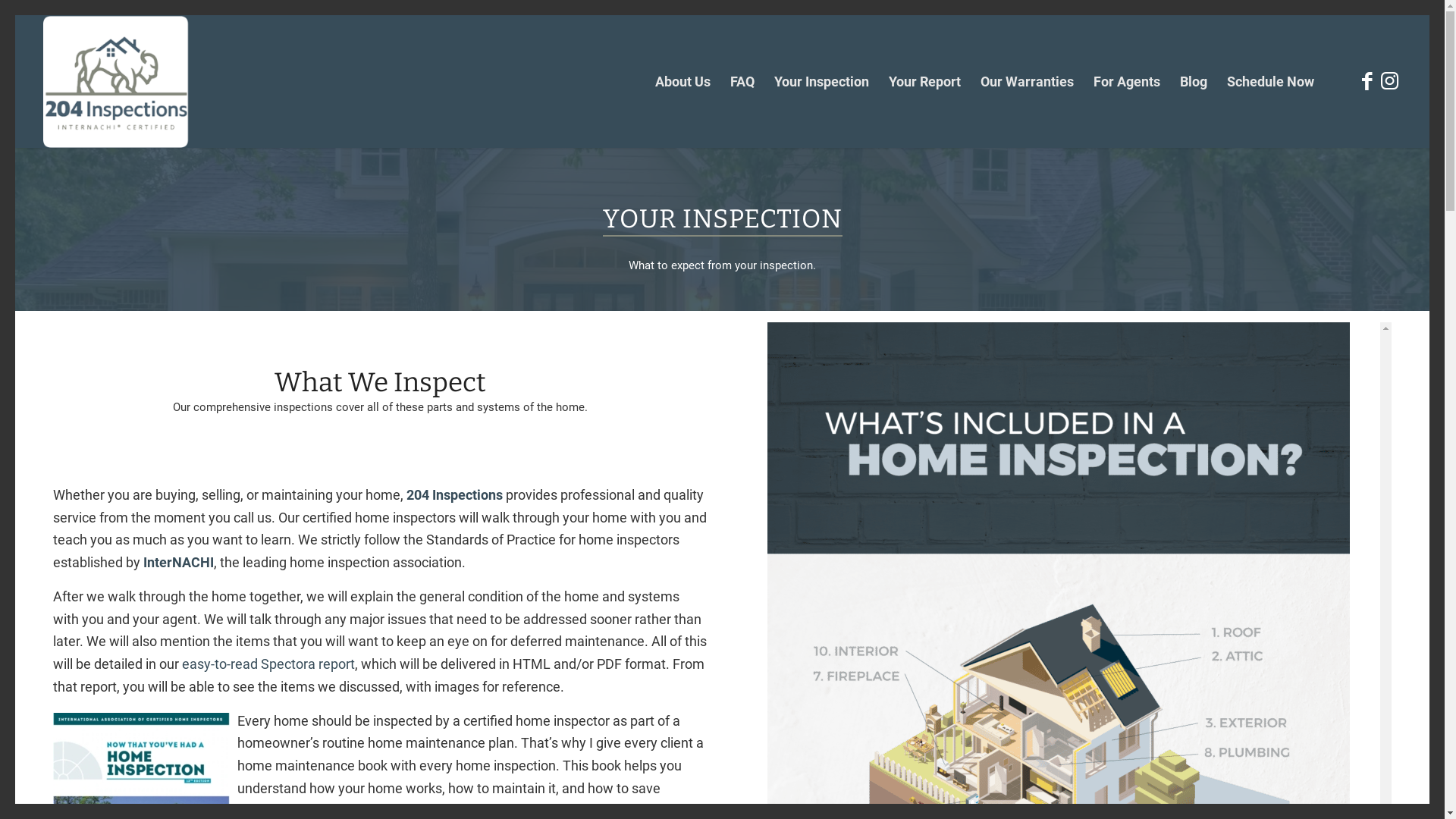 This screenshot has height=819, width=1456. What do you see at coordinates (821, 81) in the screenshot?
I see `'Your Inspection'` at bounding box center [821, 81].